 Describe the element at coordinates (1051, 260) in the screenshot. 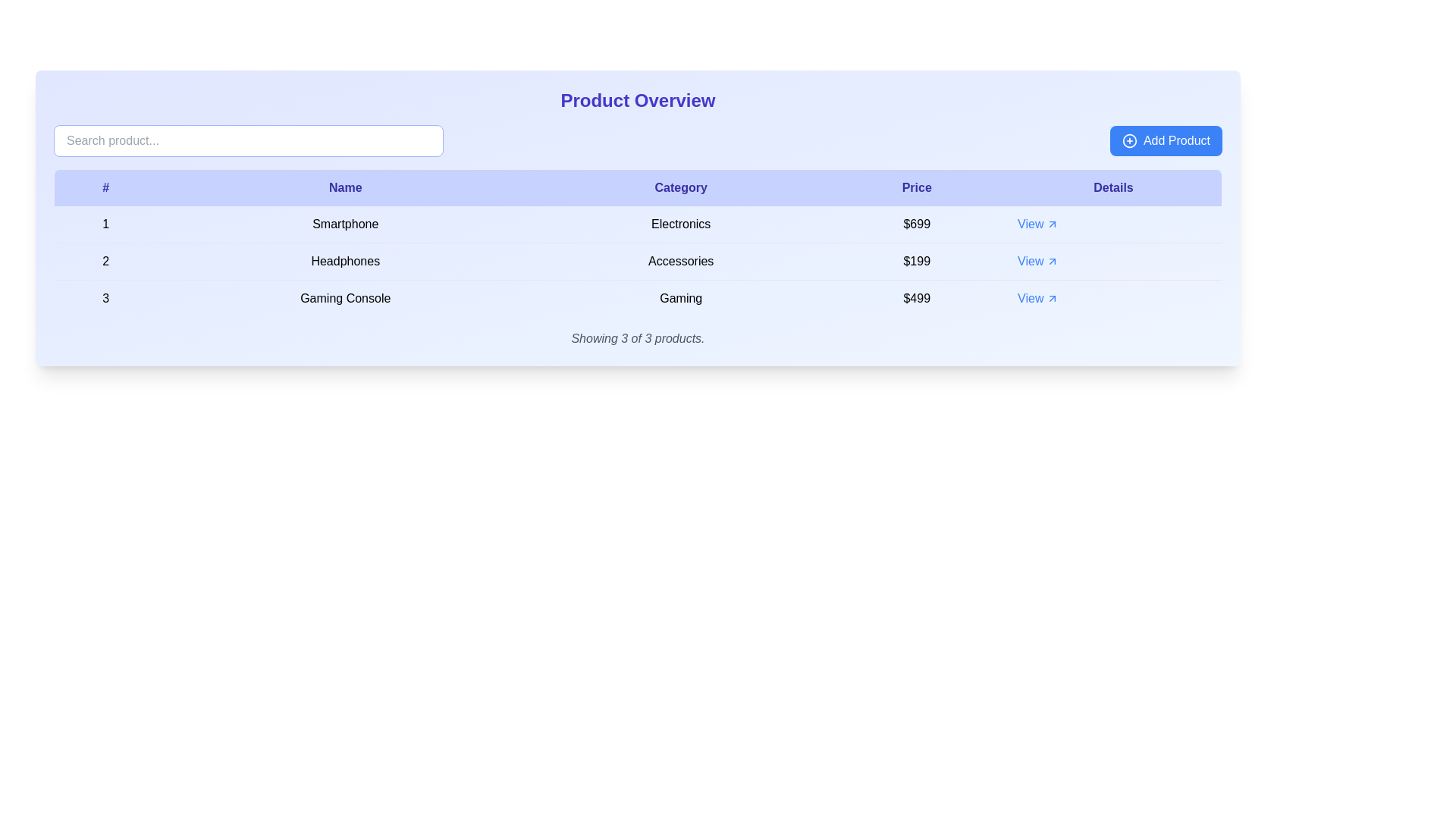

I see `the icon located` at that location.